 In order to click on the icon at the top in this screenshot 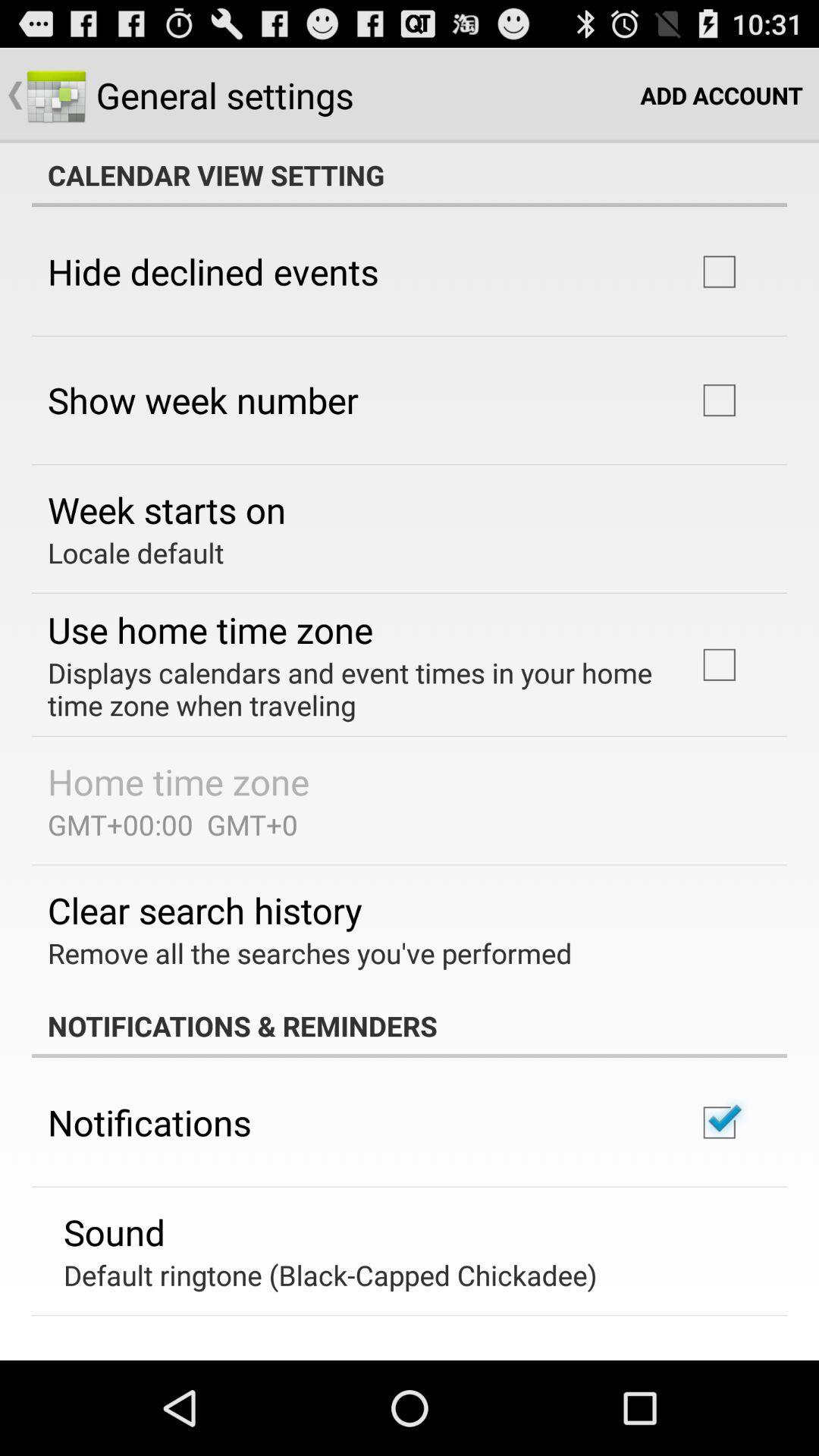, I will do `click(409, 174)`.